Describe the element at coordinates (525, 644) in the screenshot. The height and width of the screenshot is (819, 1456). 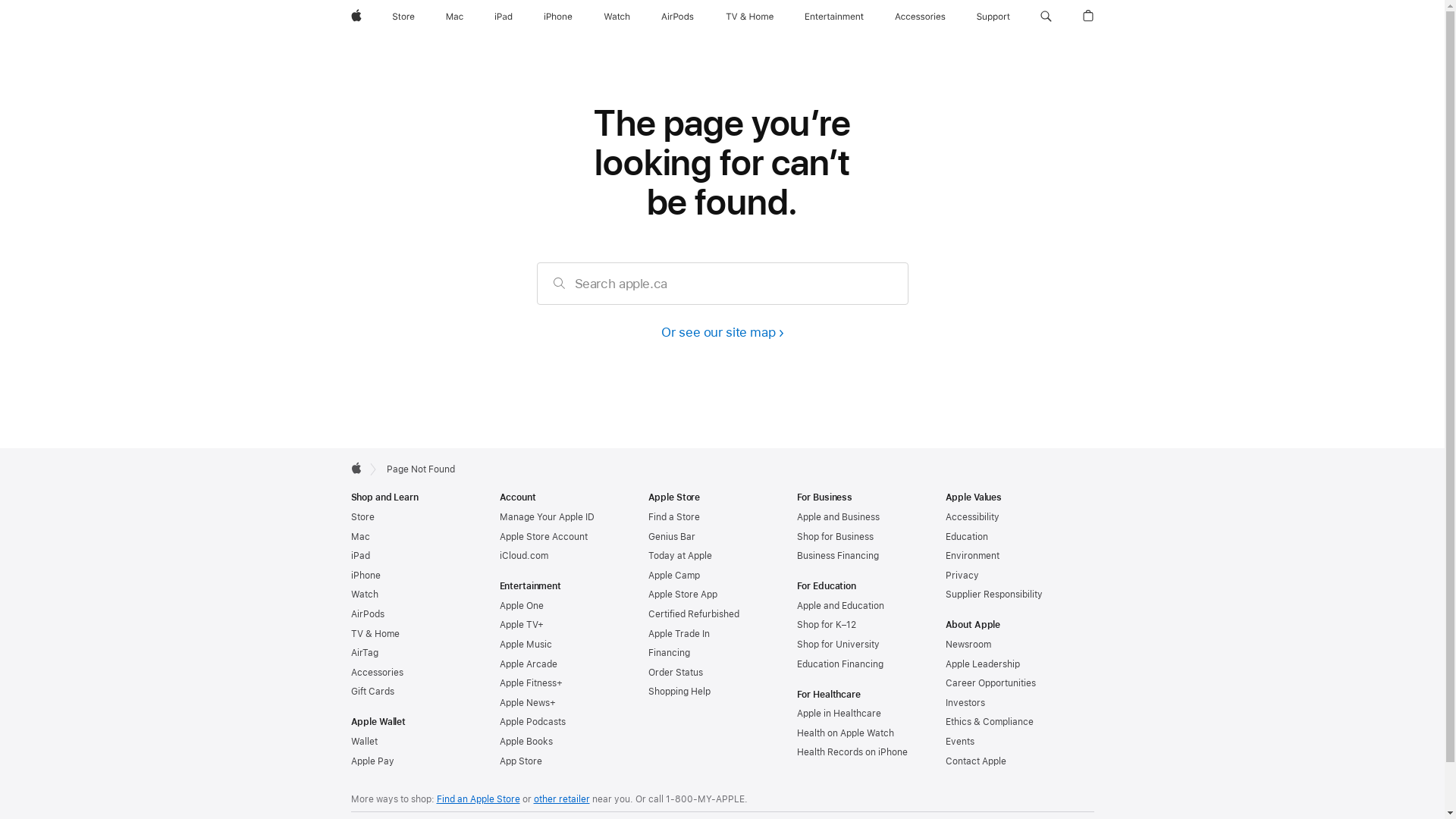
I see `'Apple Music'` at that location.